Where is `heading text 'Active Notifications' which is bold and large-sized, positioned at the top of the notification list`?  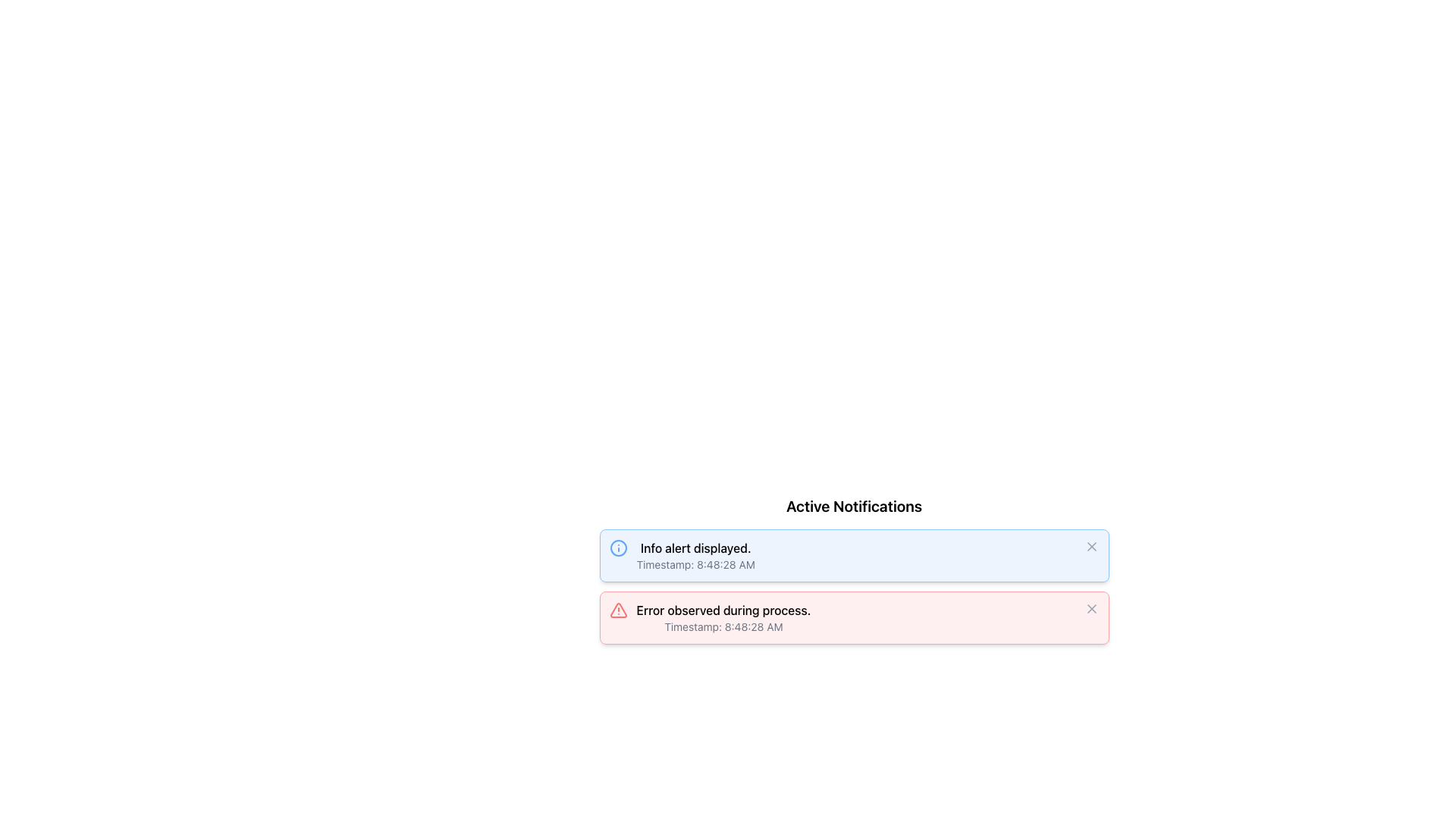 heading text 'Active Notifications' which is bold and large-sized, positioned at the top of the notification list is located at coordinates (854, 506).